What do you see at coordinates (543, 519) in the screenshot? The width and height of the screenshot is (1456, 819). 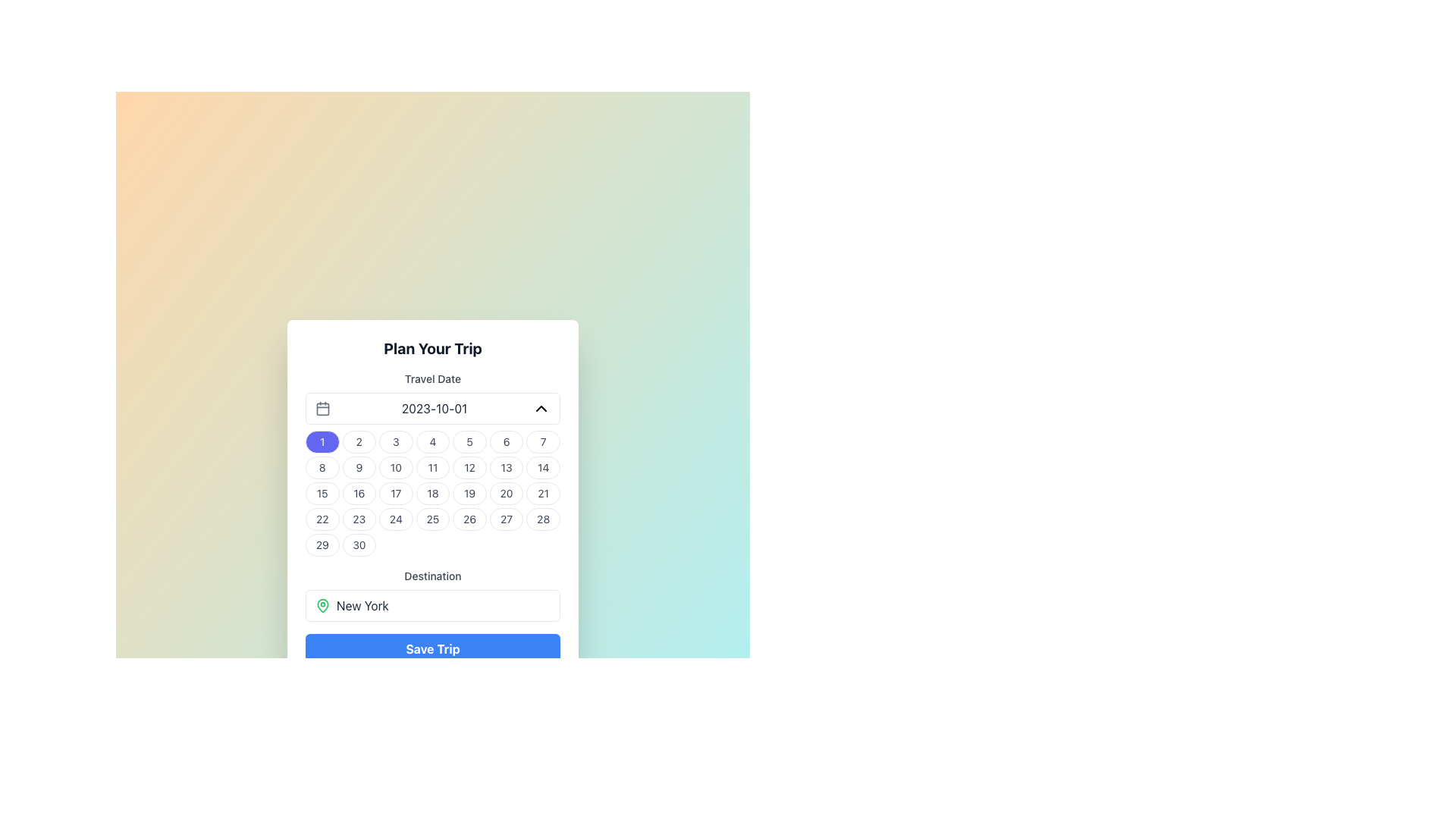 I see `the calendar date button representing the 28th day of the month` at bounding box center [543, 519].